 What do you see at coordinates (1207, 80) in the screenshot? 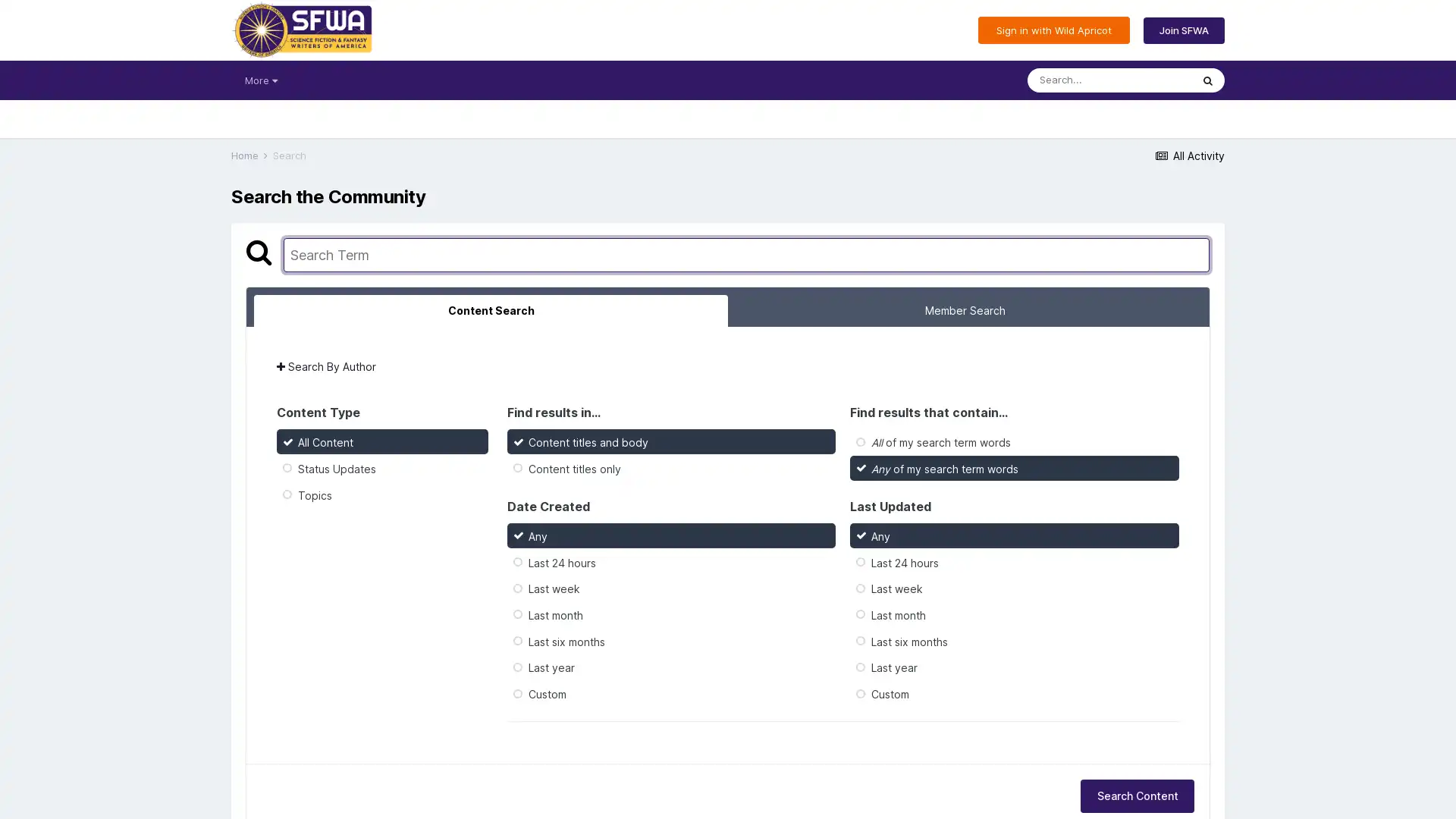
I see `Search` at bounding box center [1207, 80].